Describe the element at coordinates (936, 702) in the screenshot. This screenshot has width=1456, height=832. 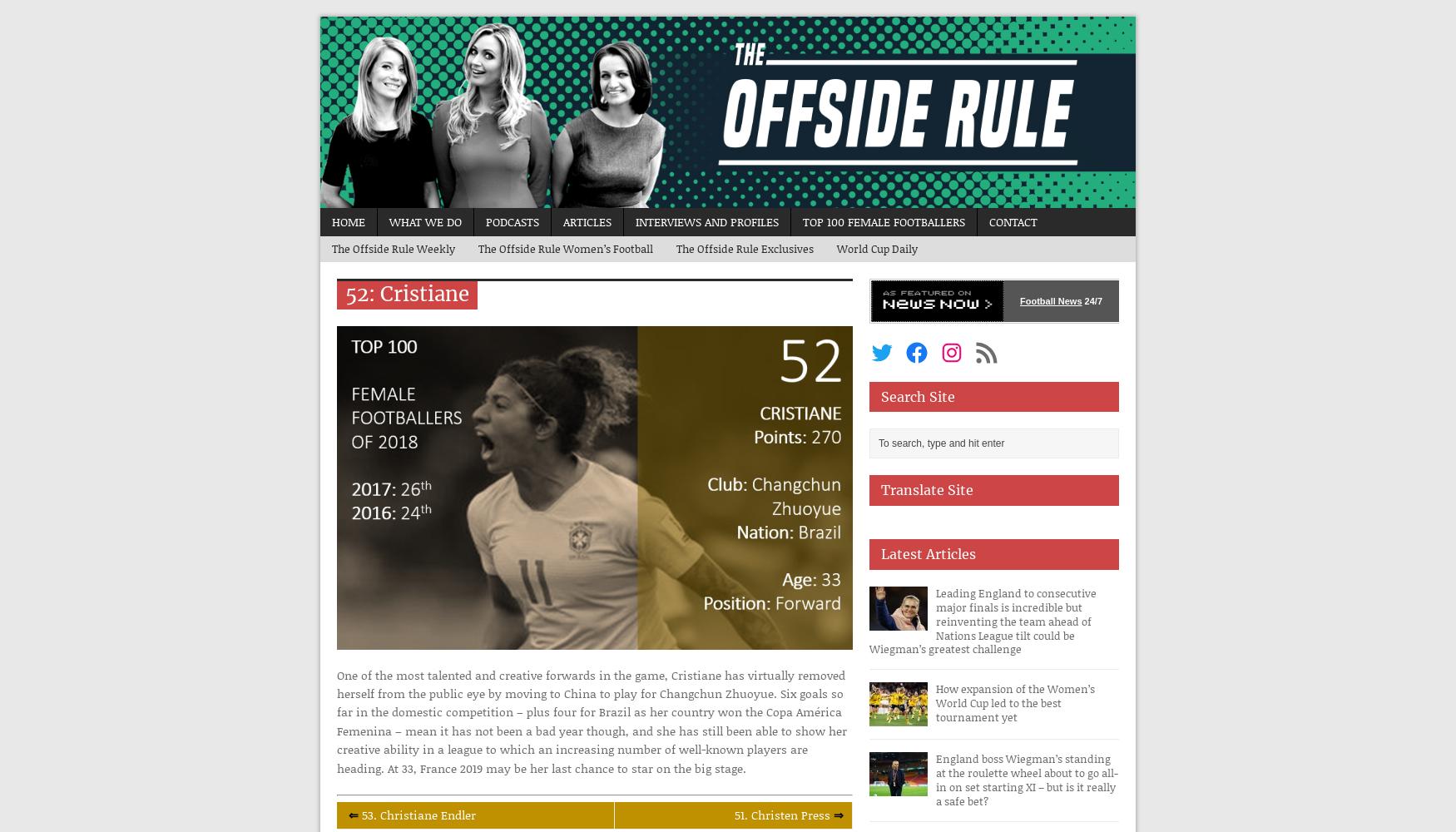
I see `'How expansion of the Women’s World Cup led to the best tournament yet'` at that location.